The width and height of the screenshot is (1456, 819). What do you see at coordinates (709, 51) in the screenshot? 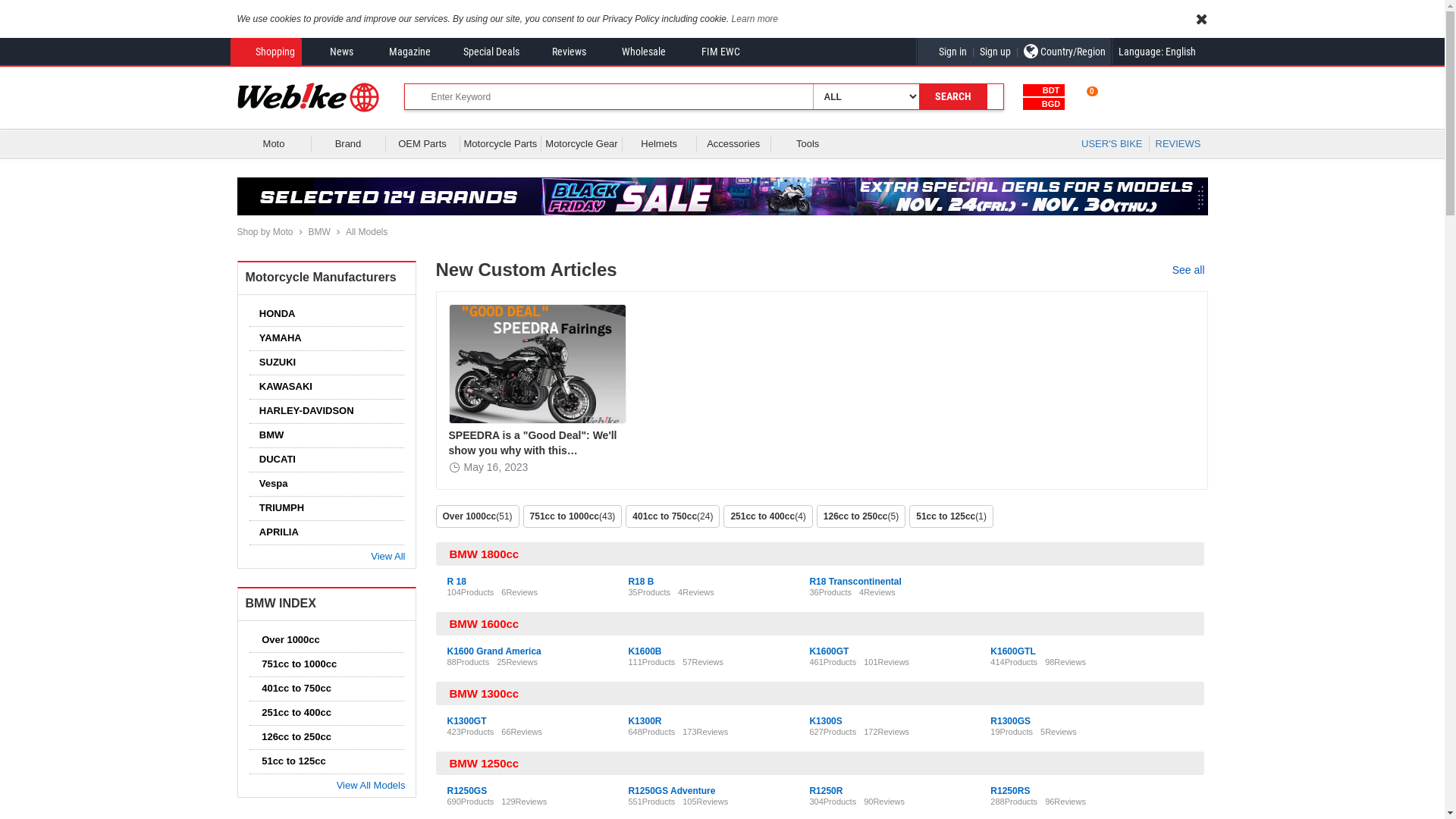
I see `'FIM EWC'` at bounding box center [709, 51].